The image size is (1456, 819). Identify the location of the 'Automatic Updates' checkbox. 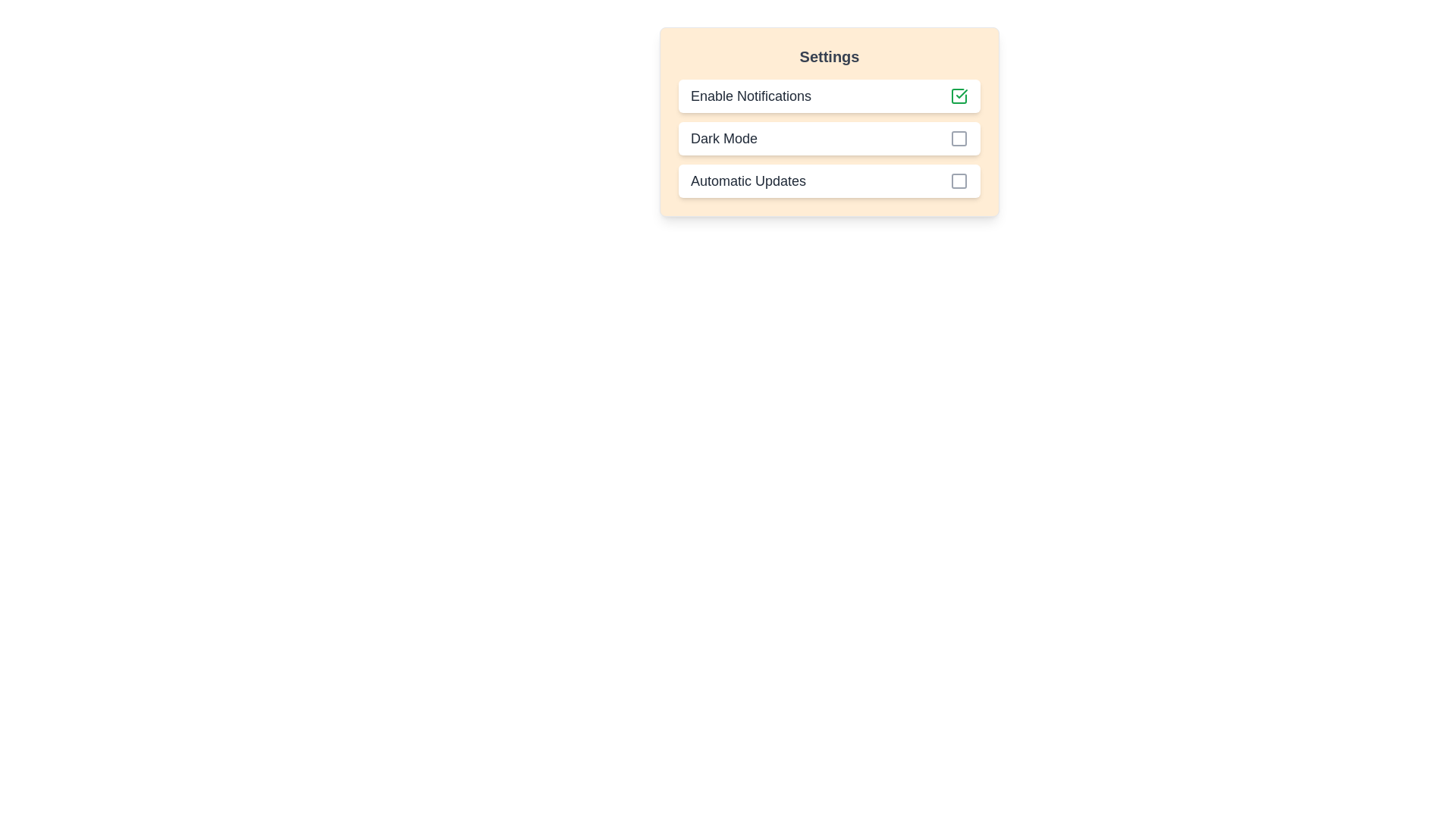
(829, 180).